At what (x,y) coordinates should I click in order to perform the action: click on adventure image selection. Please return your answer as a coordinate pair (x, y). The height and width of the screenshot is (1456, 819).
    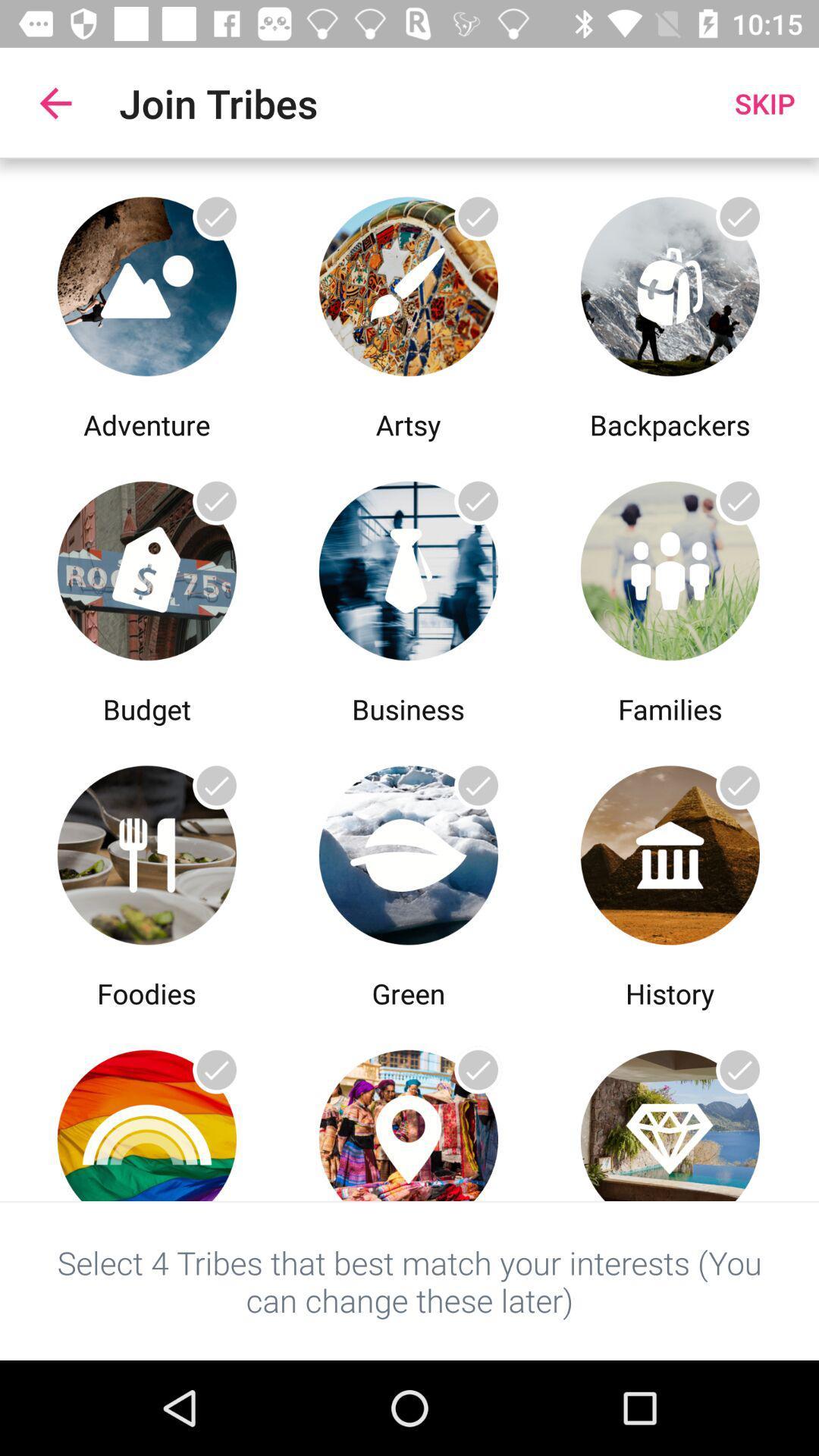
    Looking at the image, I should click on (146, 282).